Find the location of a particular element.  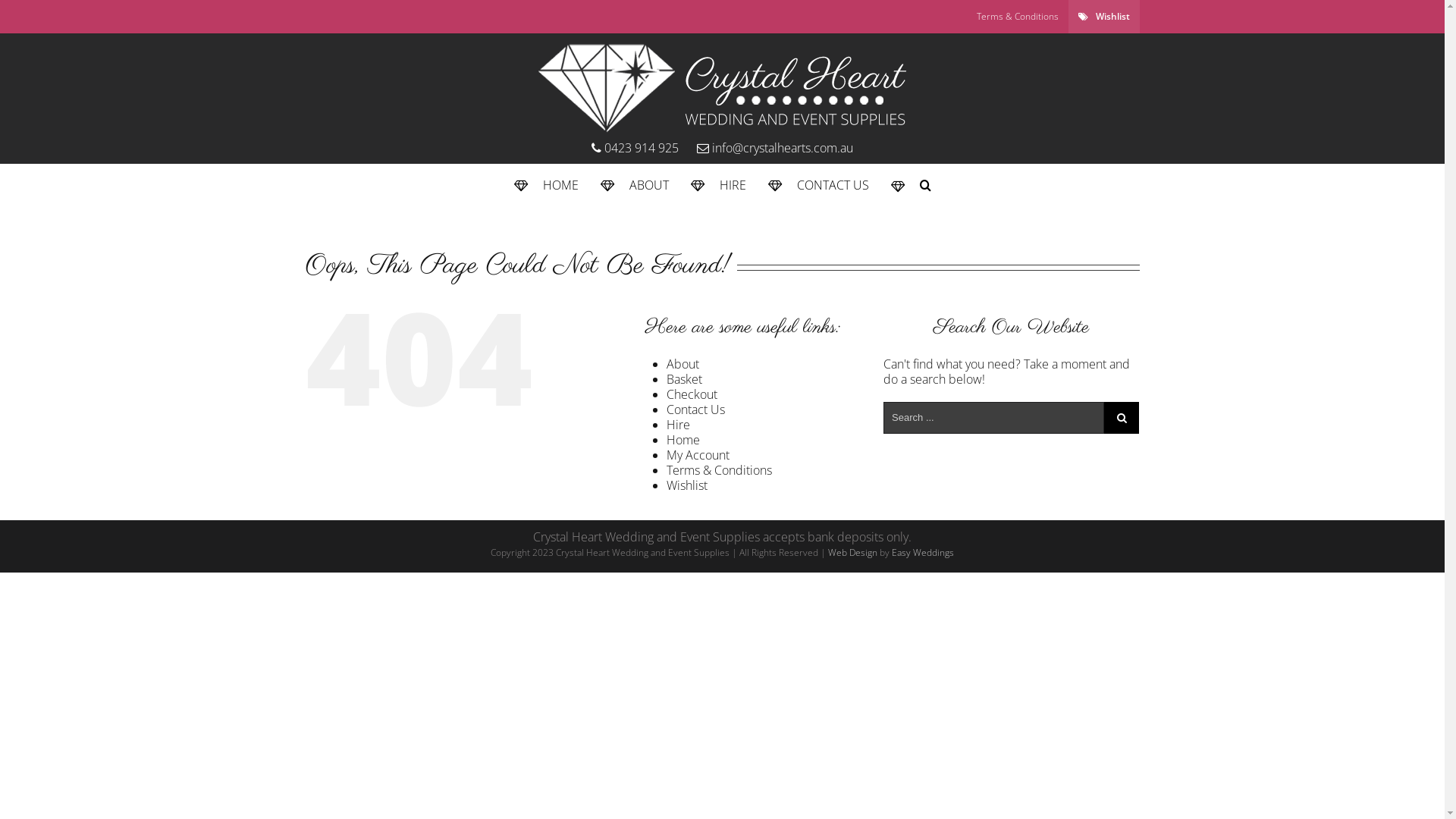

'About' is located at coordinates (682, 363).